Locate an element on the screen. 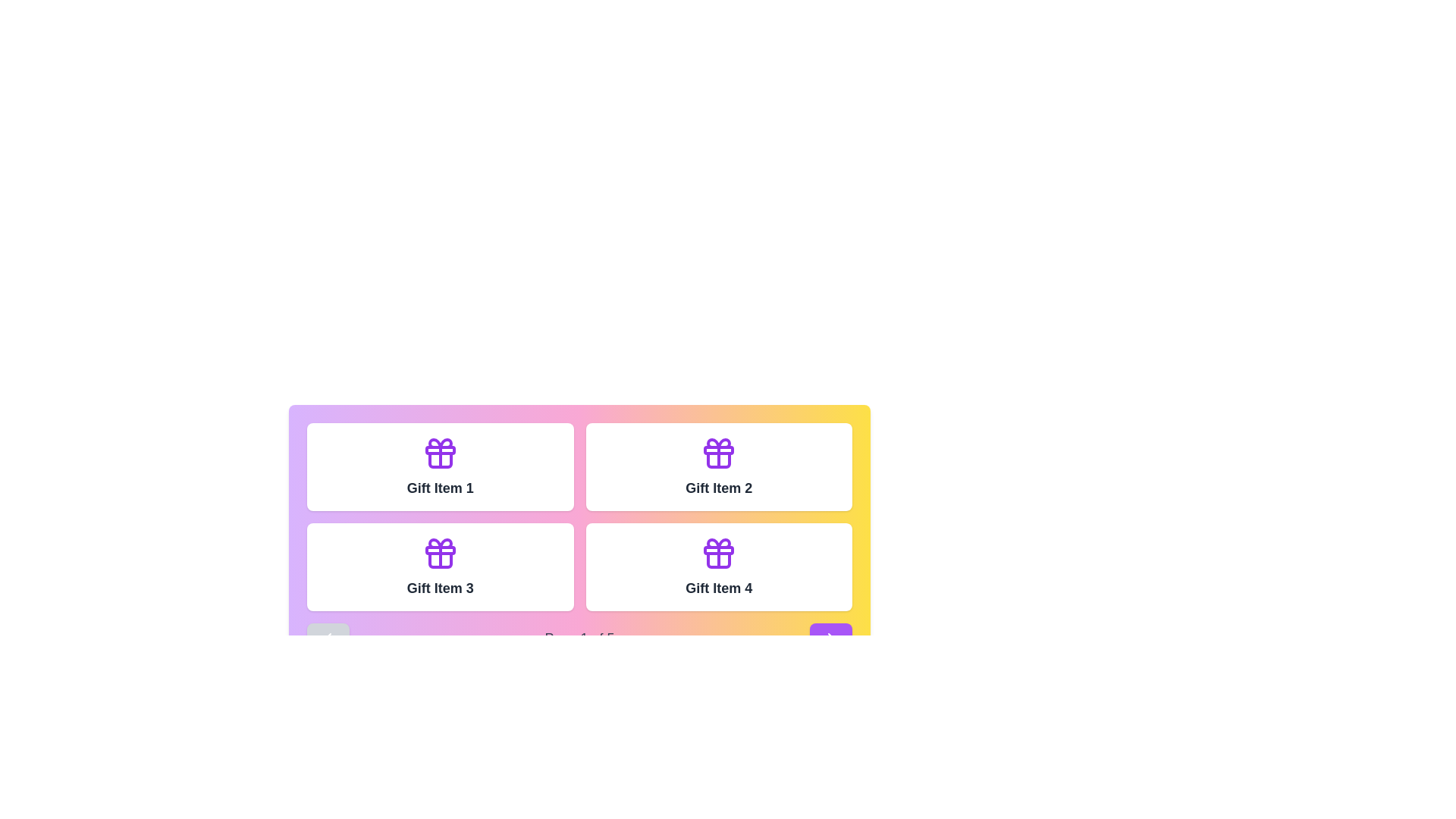 Image resolution: width=1456 pixels, height=819 pixels. the card displaying 'Gift Item 4', located at the bottom-right of the 2x2 grid layout is located at coordinates (718, 567).